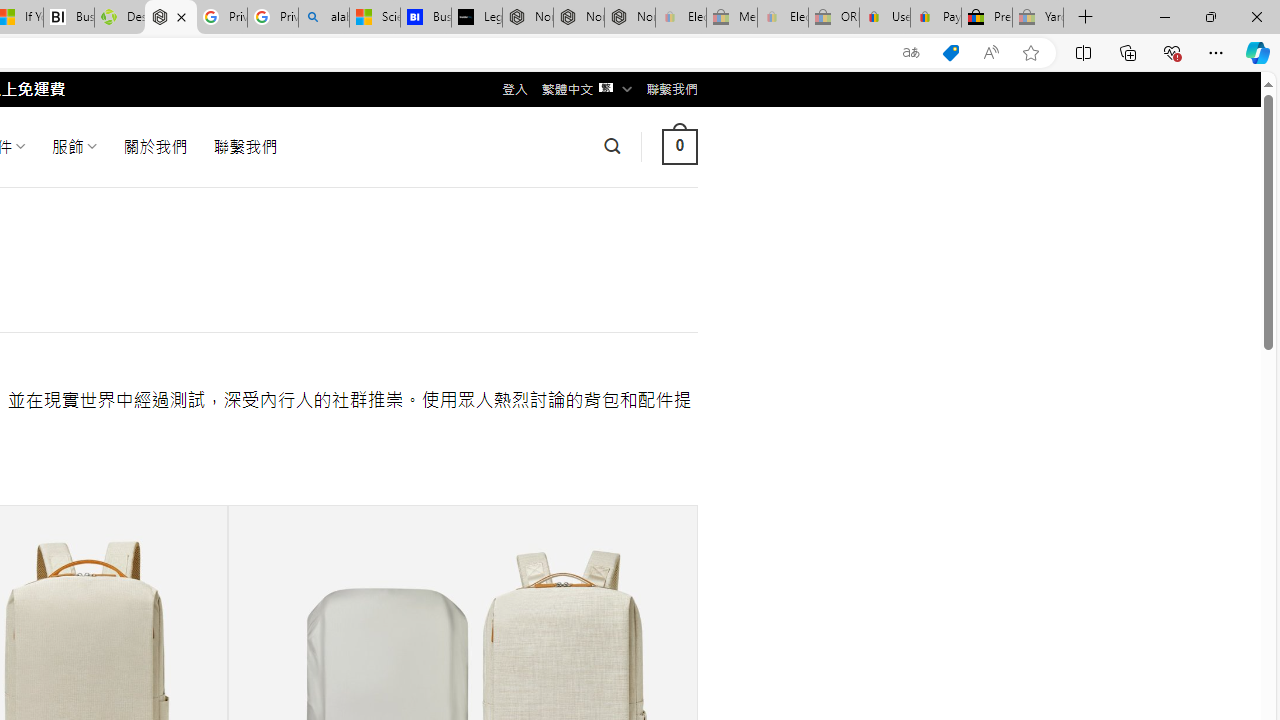  Describe the element at coordinates (181, 17) in the screenshot. I see `'Close tab'` at that location.